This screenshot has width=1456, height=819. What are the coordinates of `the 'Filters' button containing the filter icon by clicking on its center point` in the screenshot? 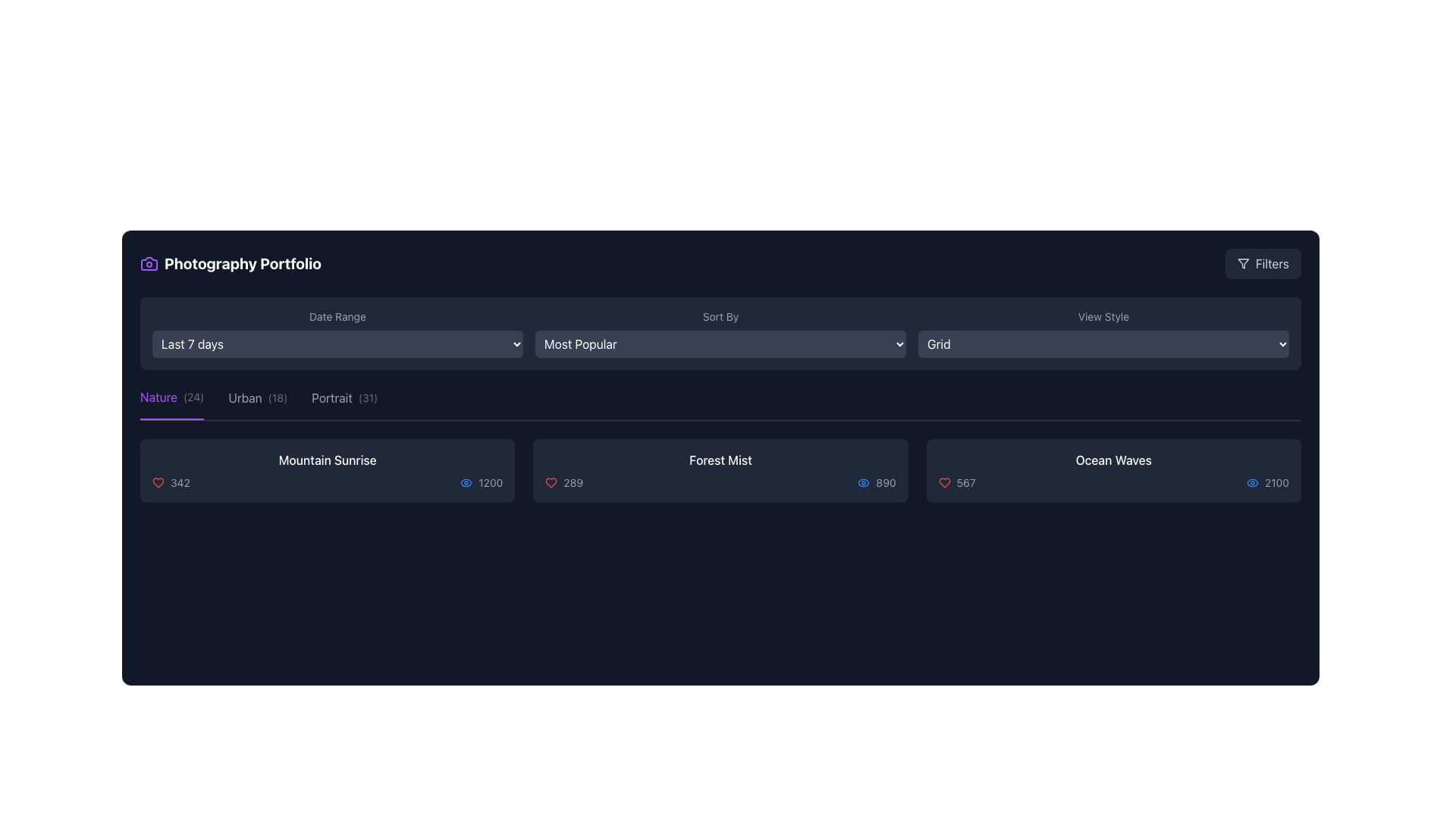 It's located at (1243, 262).